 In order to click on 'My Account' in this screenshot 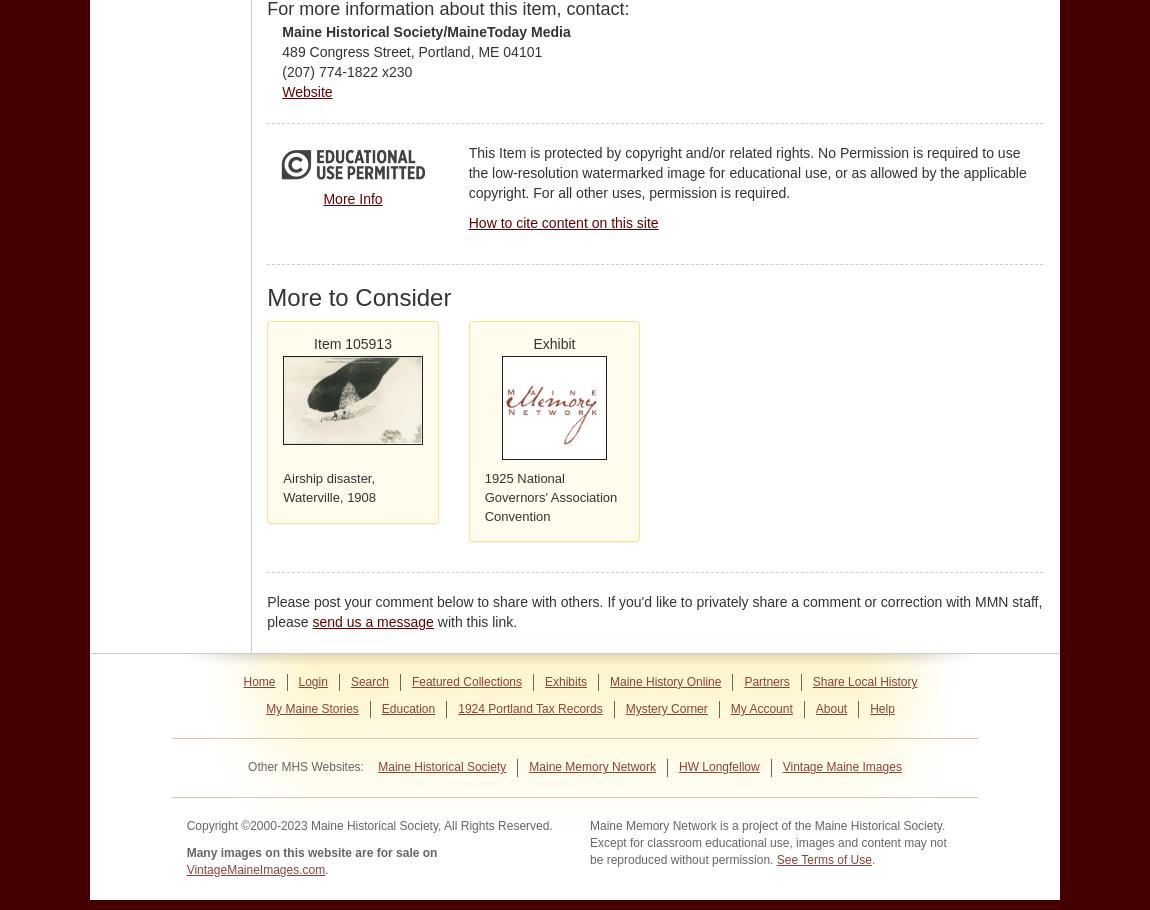, I will do `click(759, 708)`.